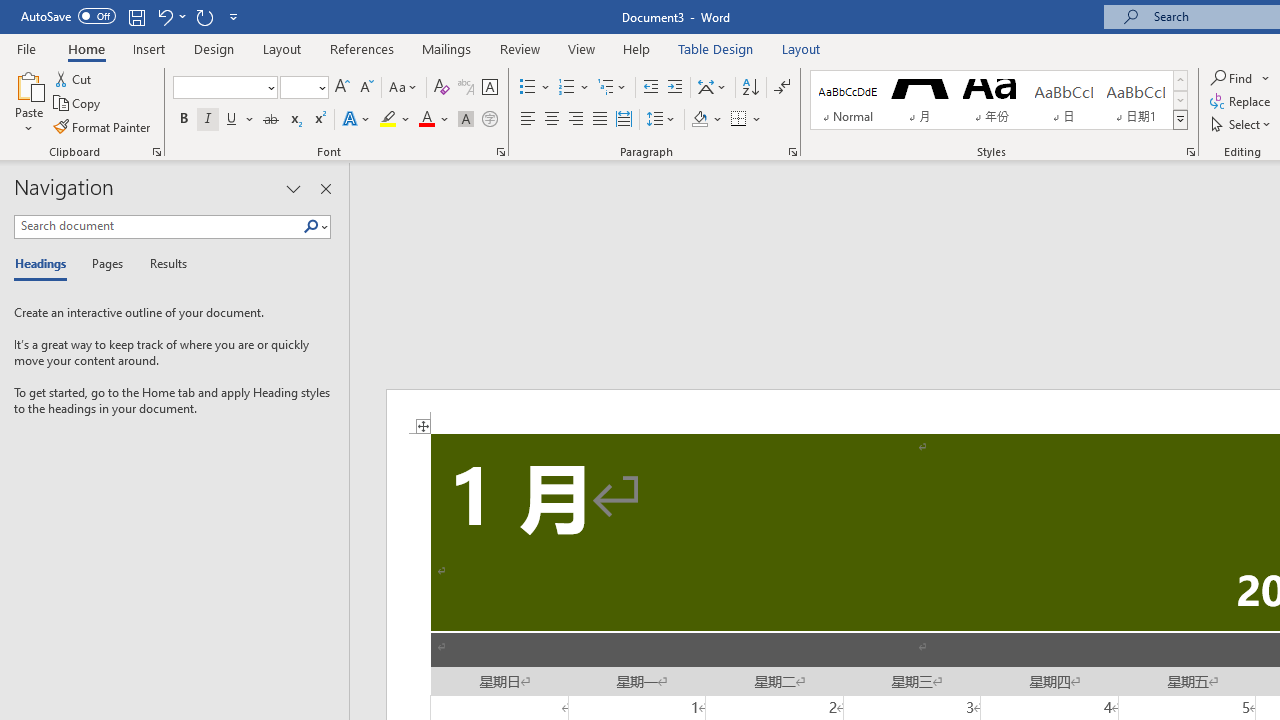 This screenshot has width=1280, height=720. I want to click on 'Font...', so click(501, 150).